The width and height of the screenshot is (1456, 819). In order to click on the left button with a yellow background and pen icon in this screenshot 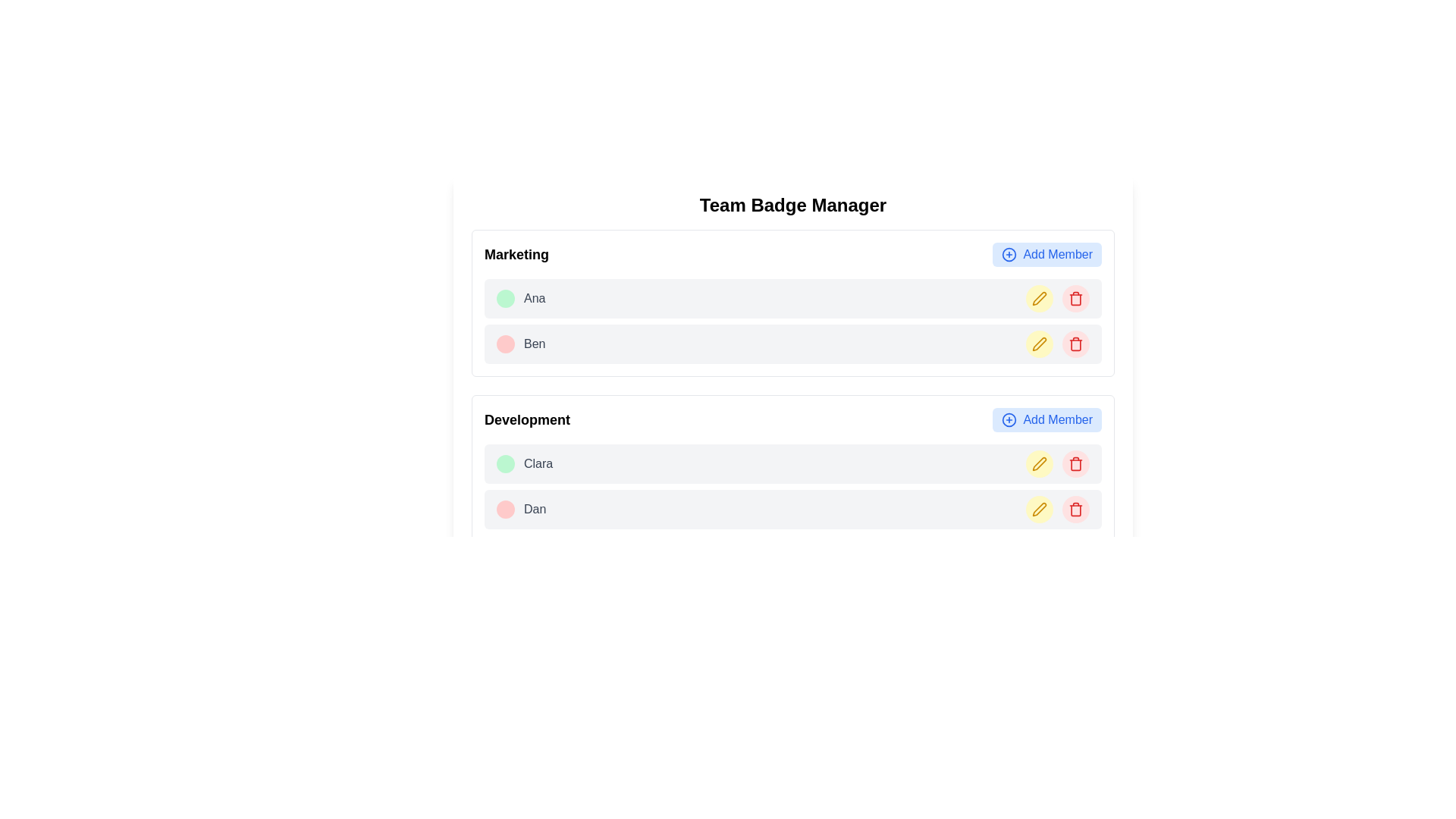, I will do `click(1057, 344)`.